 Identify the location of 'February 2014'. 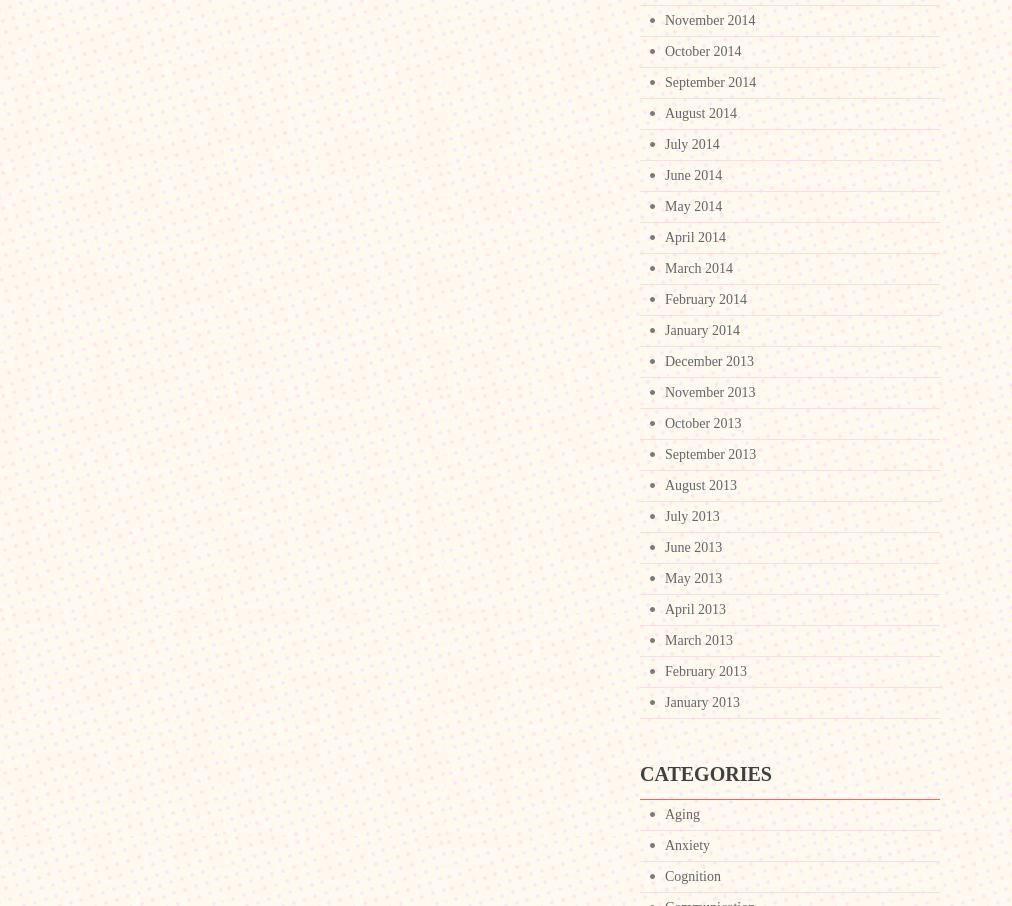
(705, 298).